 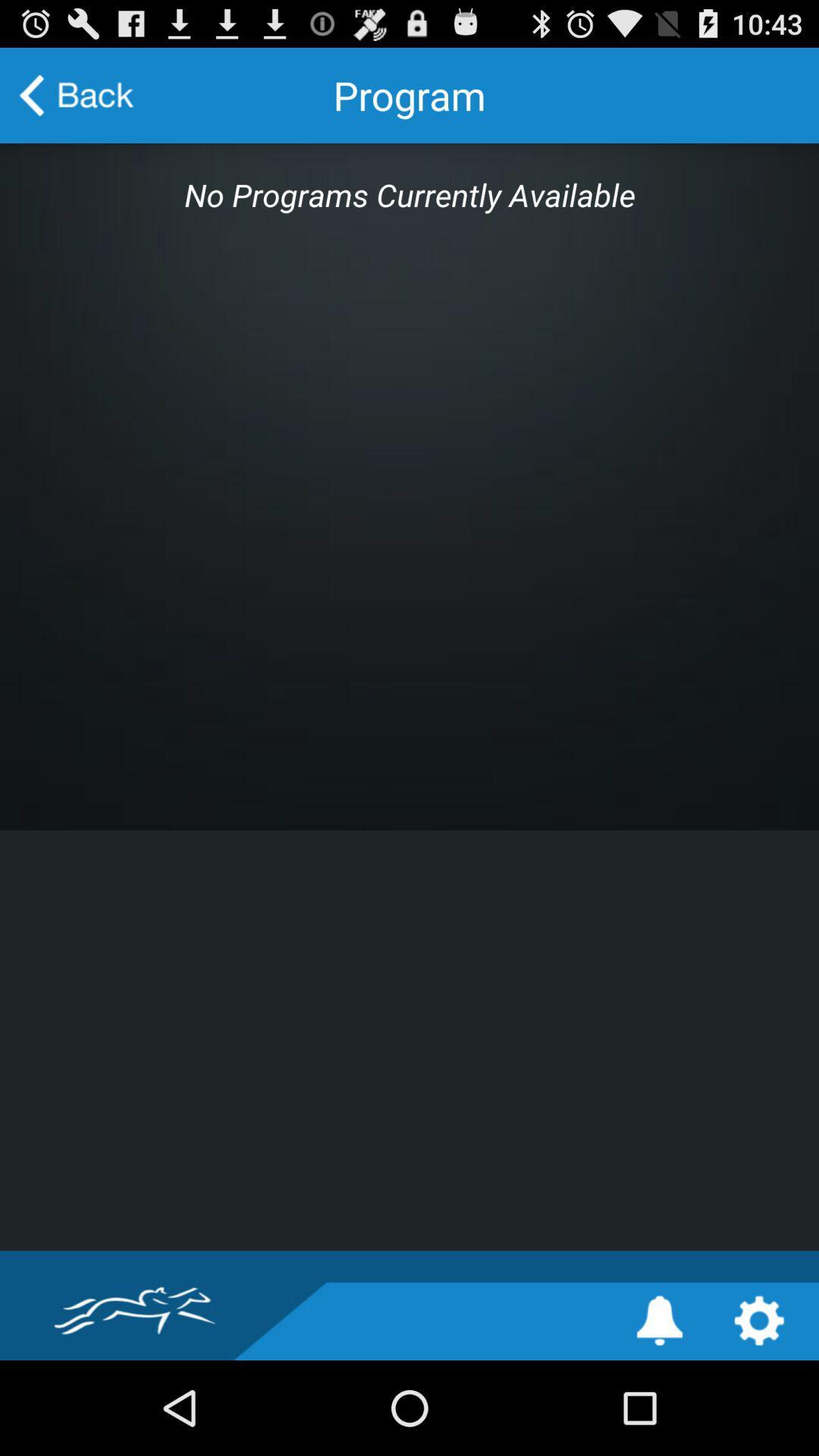 What do you see at coordinates (759, 1319) in the screenshot?
I see `settings` at bounding box center [759, 1319].